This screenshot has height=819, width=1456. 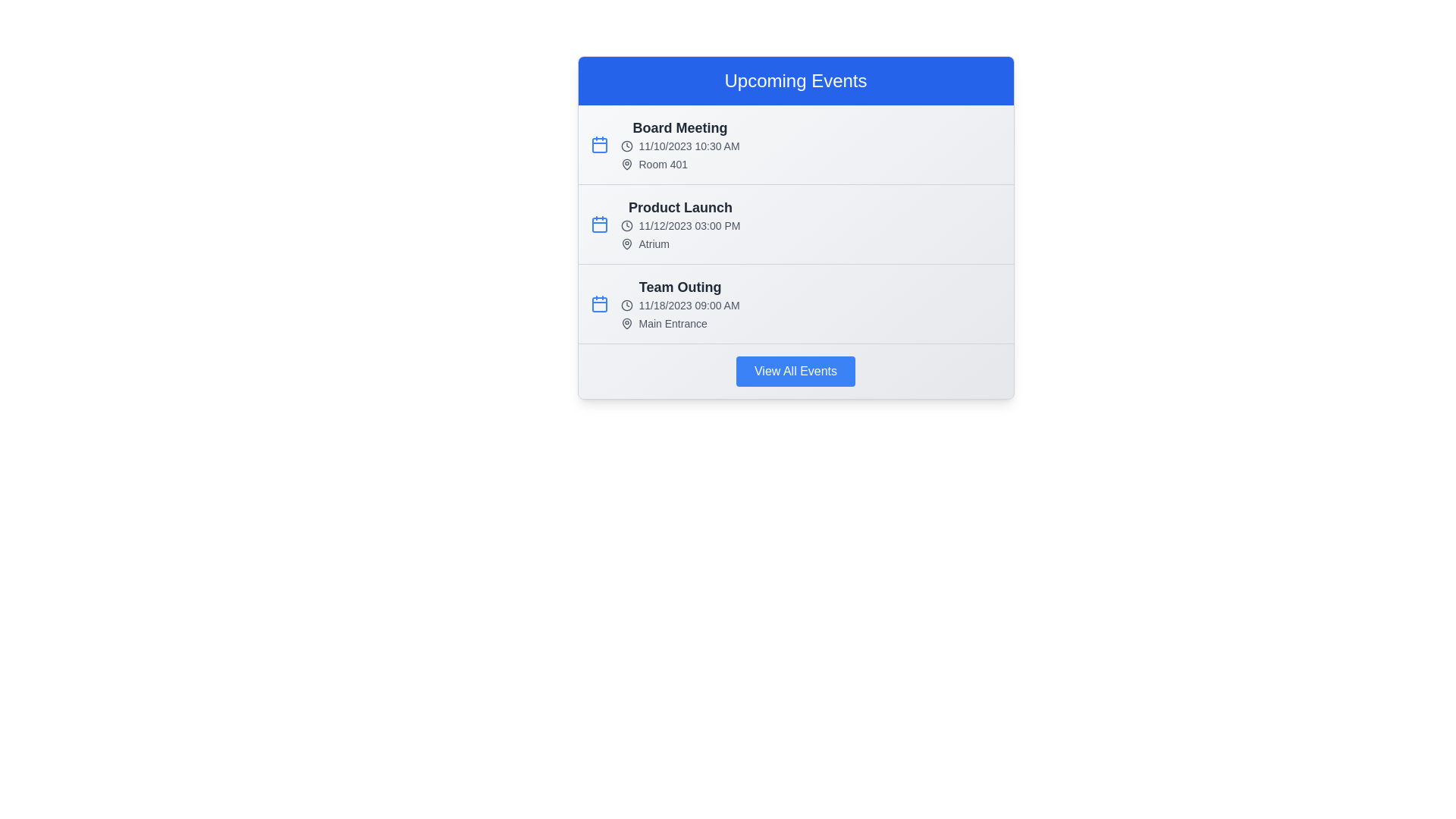 What do you see at coordinates (626, 243) in the screenshot?
I see `the pin icon that represents the location of the 'Atrium' for the 'Product Launch' event, which is located to the left of the text 'Atrium'` at bounding box center [626, 243].